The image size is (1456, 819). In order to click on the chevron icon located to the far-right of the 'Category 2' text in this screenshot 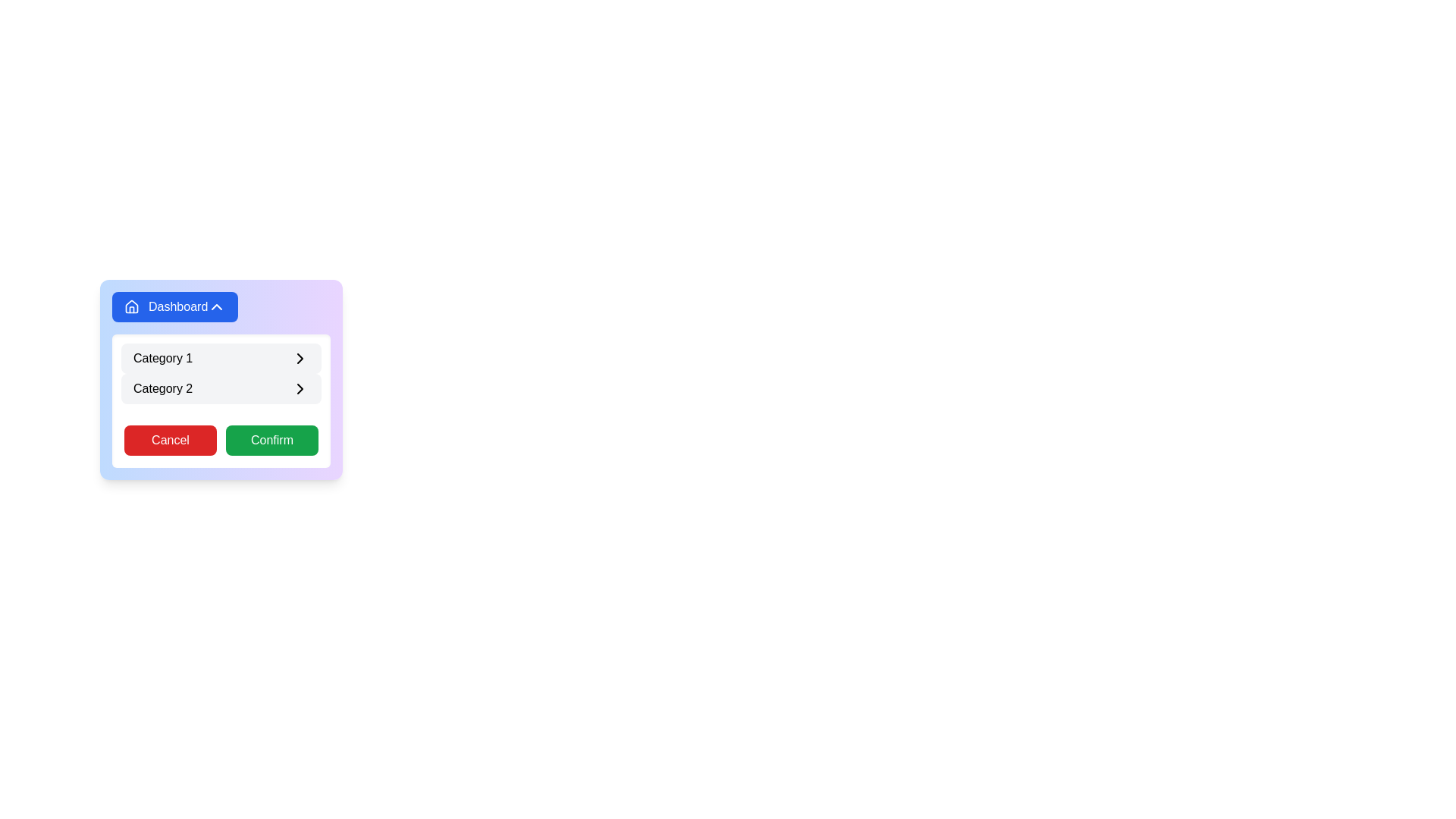, I will do `click(300, 388)`.